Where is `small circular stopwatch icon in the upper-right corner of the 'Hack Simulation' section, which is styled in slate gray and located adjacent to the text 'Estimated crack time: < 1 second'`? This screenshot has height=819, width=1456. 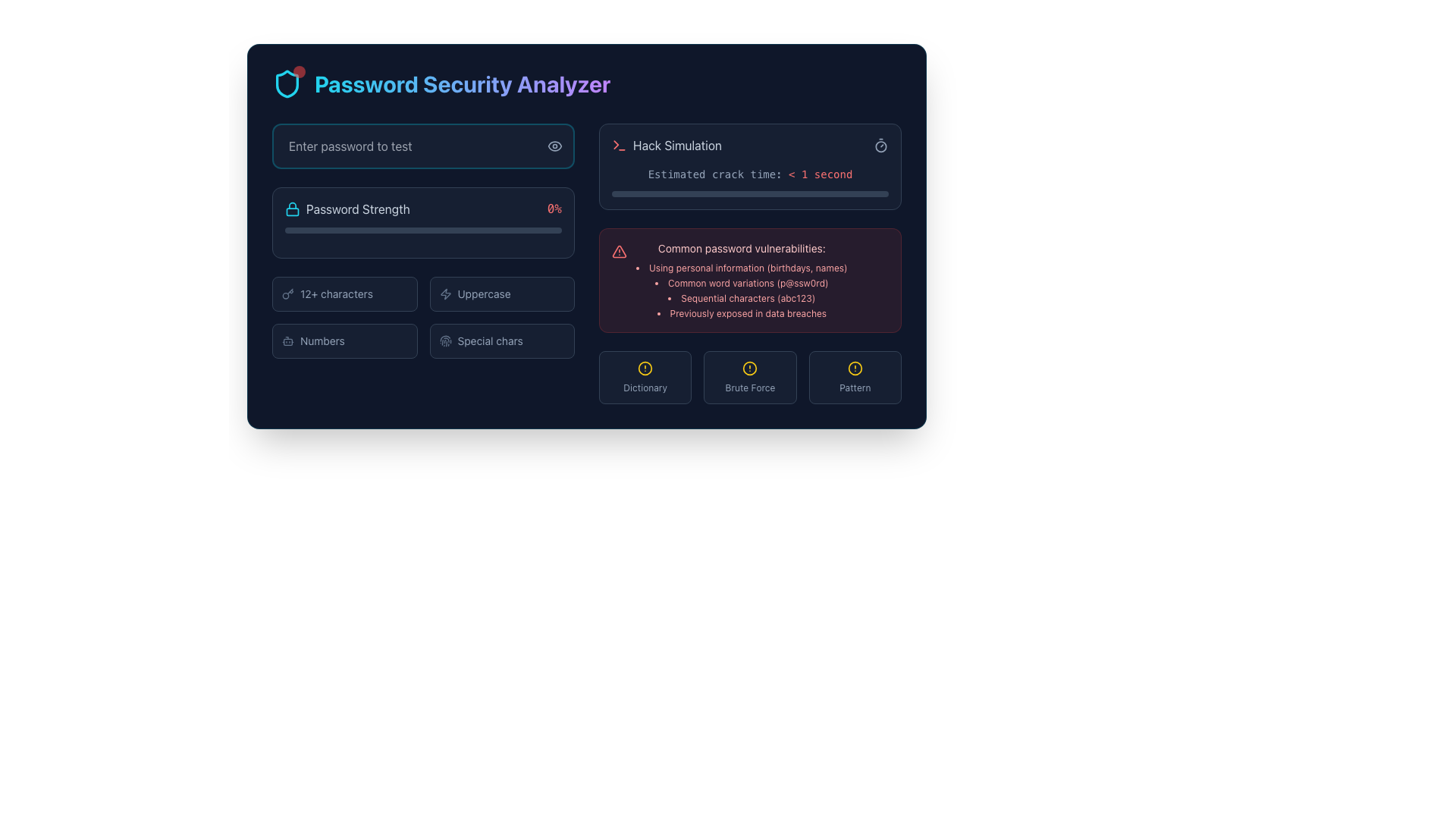
small circular stopwatch icon in the upper-right corner of the 'Hack Simulation' section, which is styled in slate gray and located adjacent to the text 'Estimated crack time: < 1 second' is located at coordinates (880, 146).